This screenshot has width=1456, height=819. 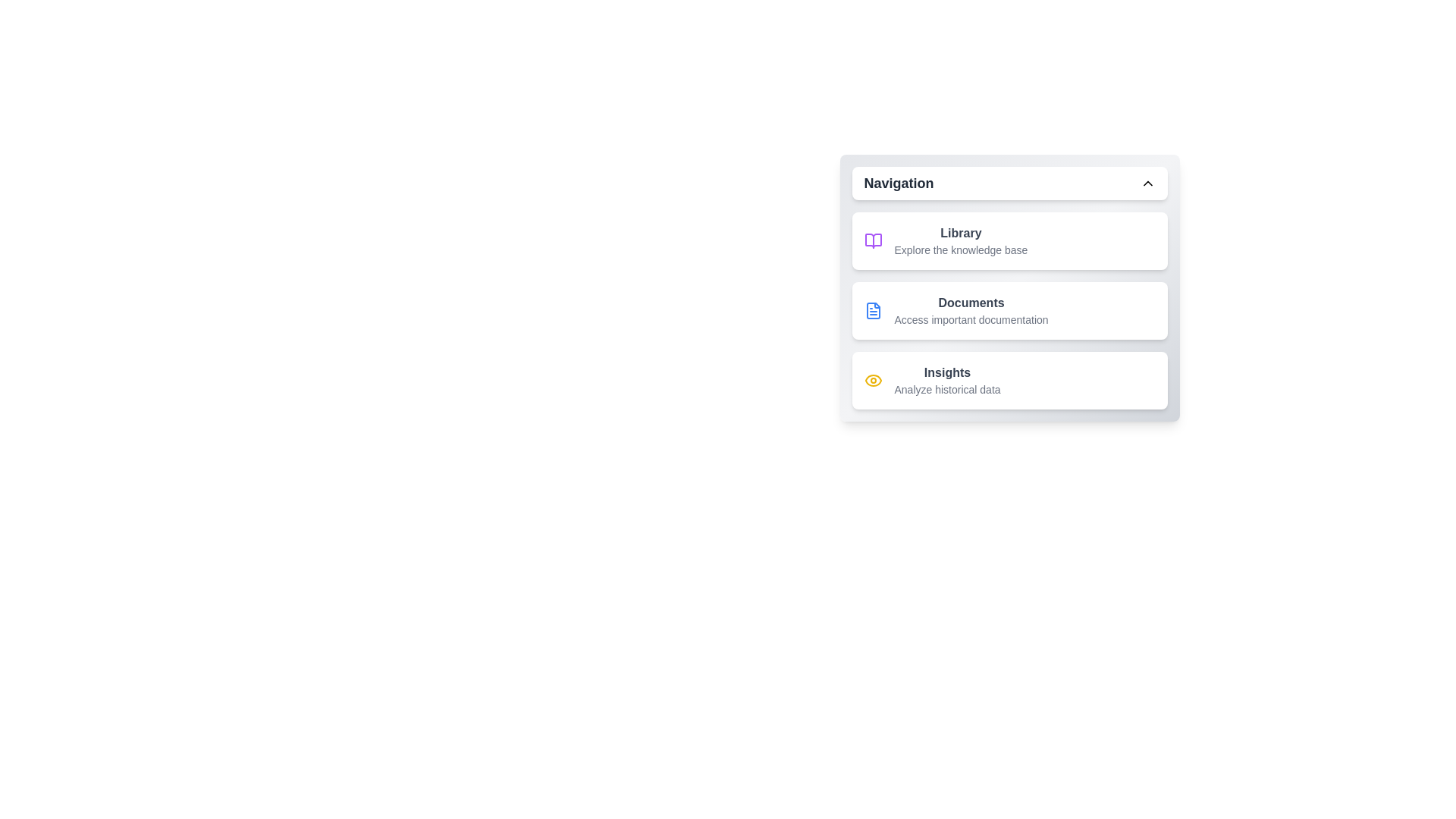 I want to click on the text of the menu item Insights, so click(x=910, y=378).